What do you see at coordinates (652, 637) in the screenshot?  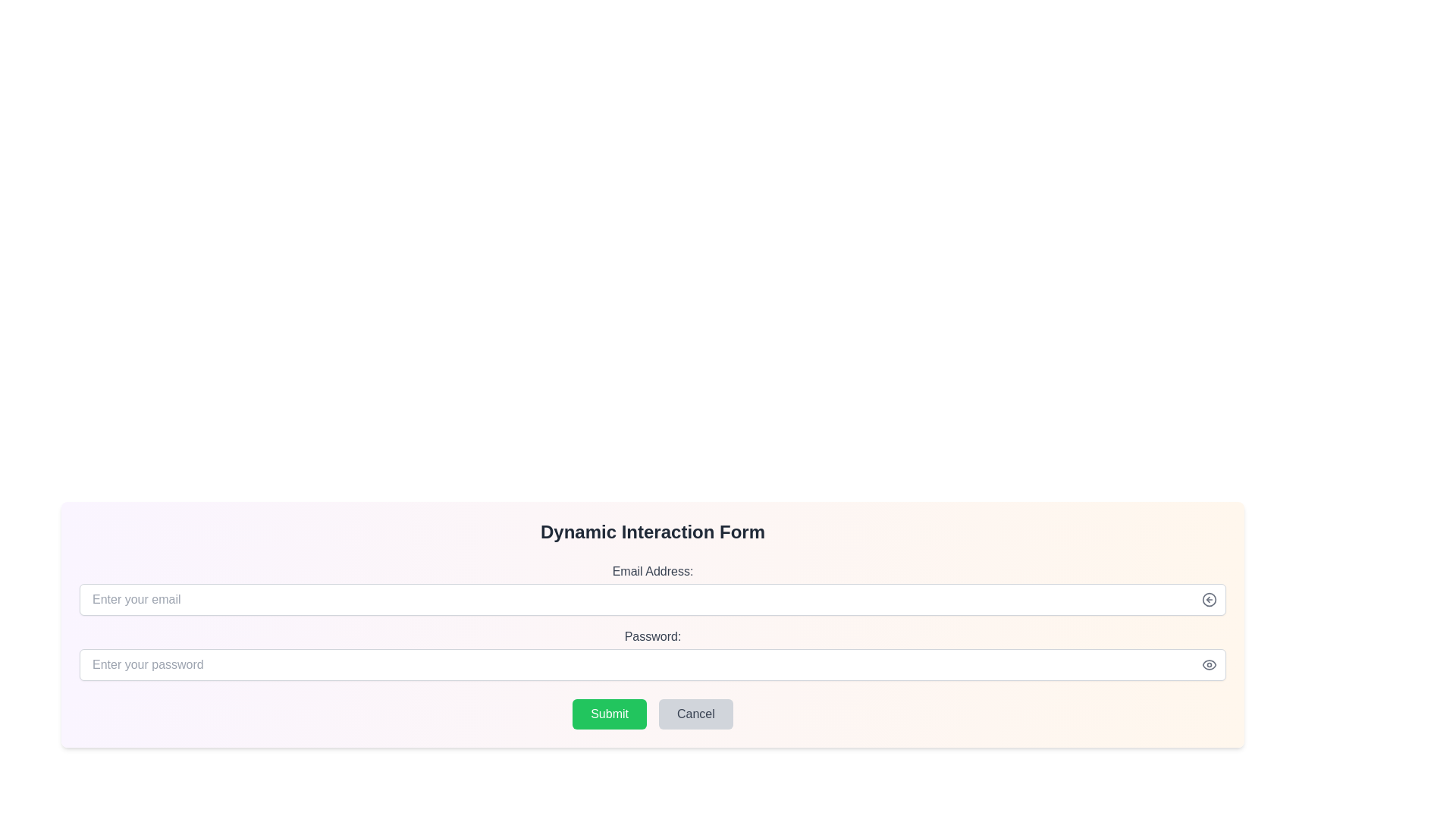 I see `the text label indicating the password input field, which is positioned directly above the password input field and to the left of the visibility toggle icon` at bounding box center [652, 637].